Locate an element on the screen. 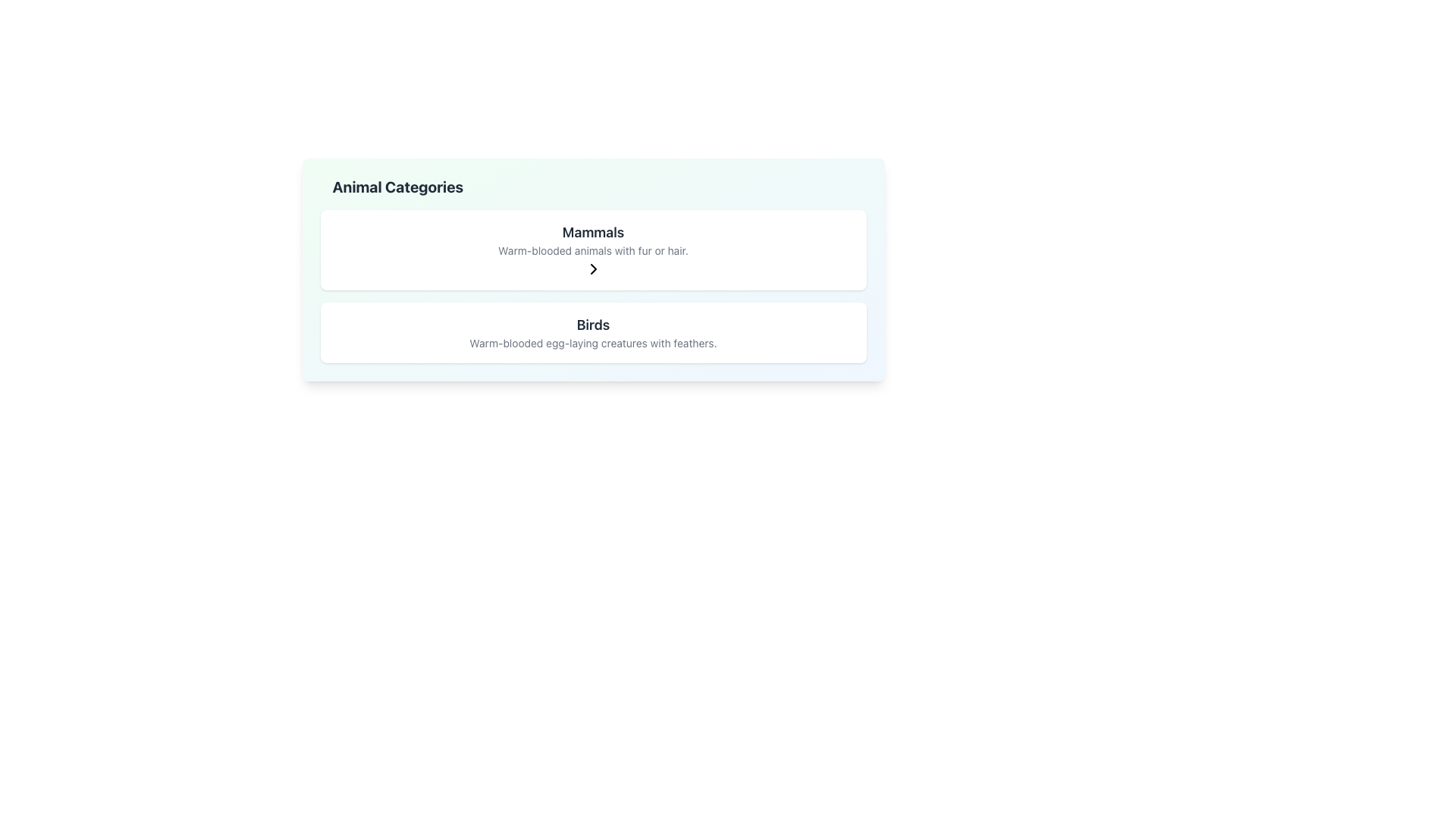 This screenshot has width=1456, height=819. the chevron icon that resembles a rightward arrow, located at the top-right corner of the 'Mammals' card in the 'Animal Categories' section is located at coordinates (592, 268).